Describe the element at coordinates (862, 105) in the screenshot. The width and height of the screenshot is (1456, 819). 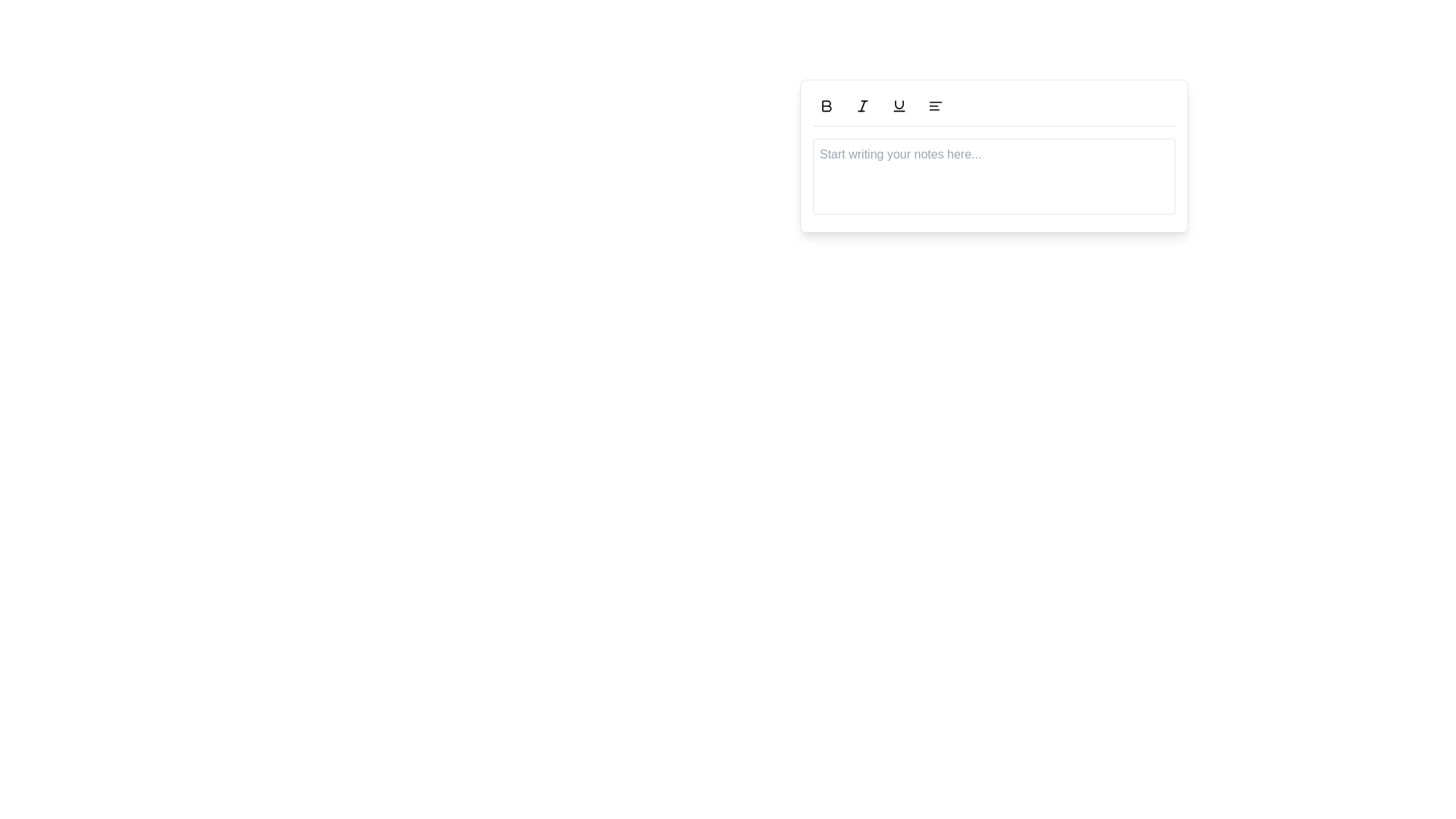
I see `the italic formatting button, which is styled with padding and changes to light gray on hover, located near the top-left corner of the note editing interface` at that location.